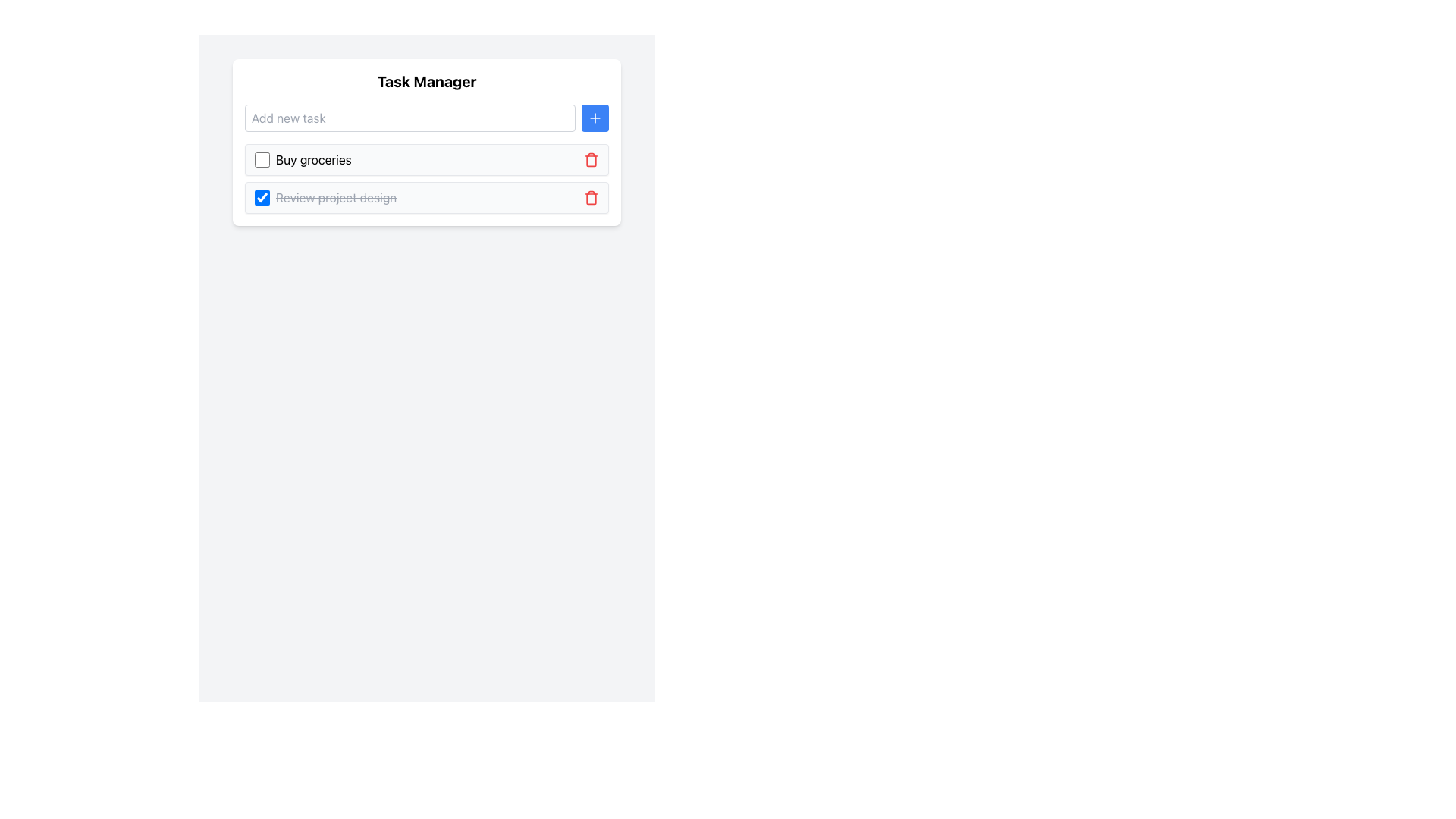 This screenshot has width=1456, height=819. What do you see at coordinates (425, 177) in the screenshot?
I see `the checkbox of the list item labeled 'Buy groceries'` at bounding box center [425, 177].